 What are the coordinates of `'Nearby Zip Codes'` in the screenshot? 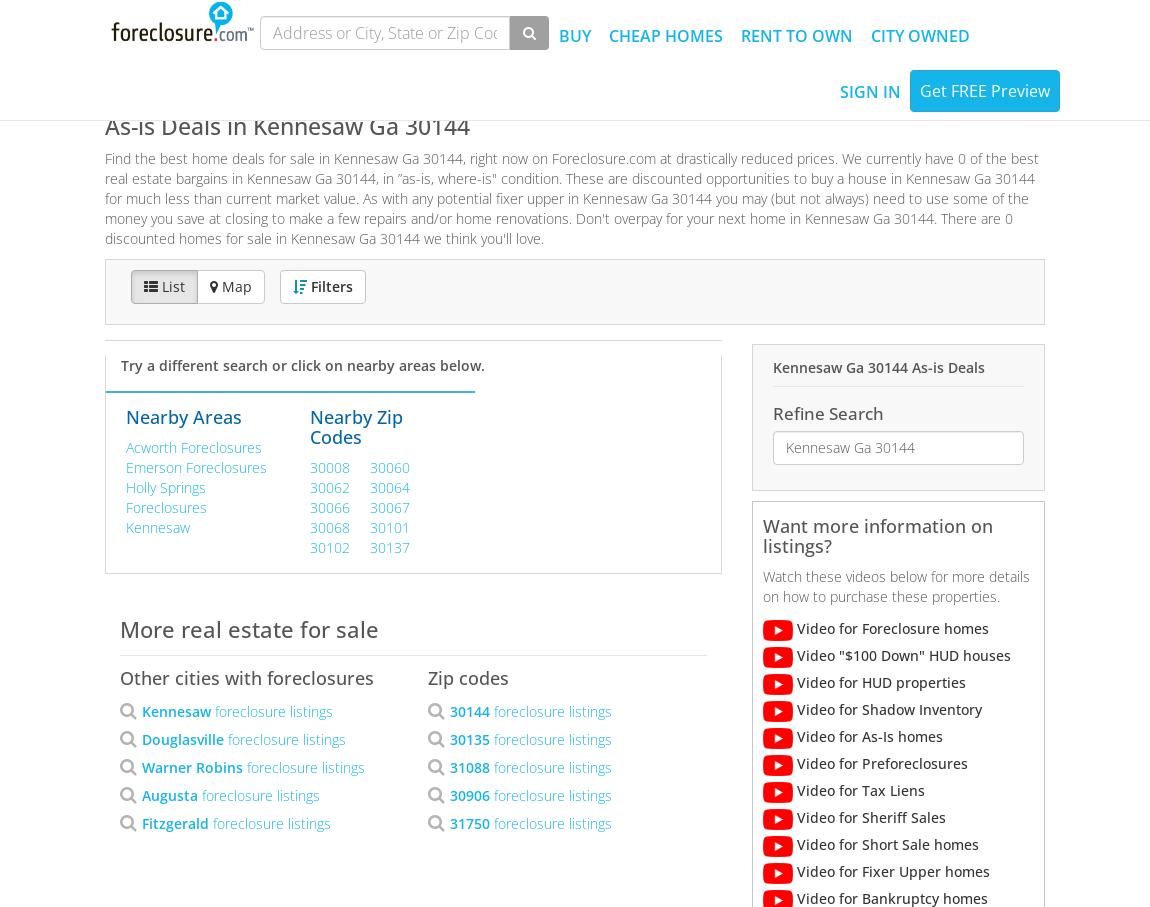 It's located at (310, 426).